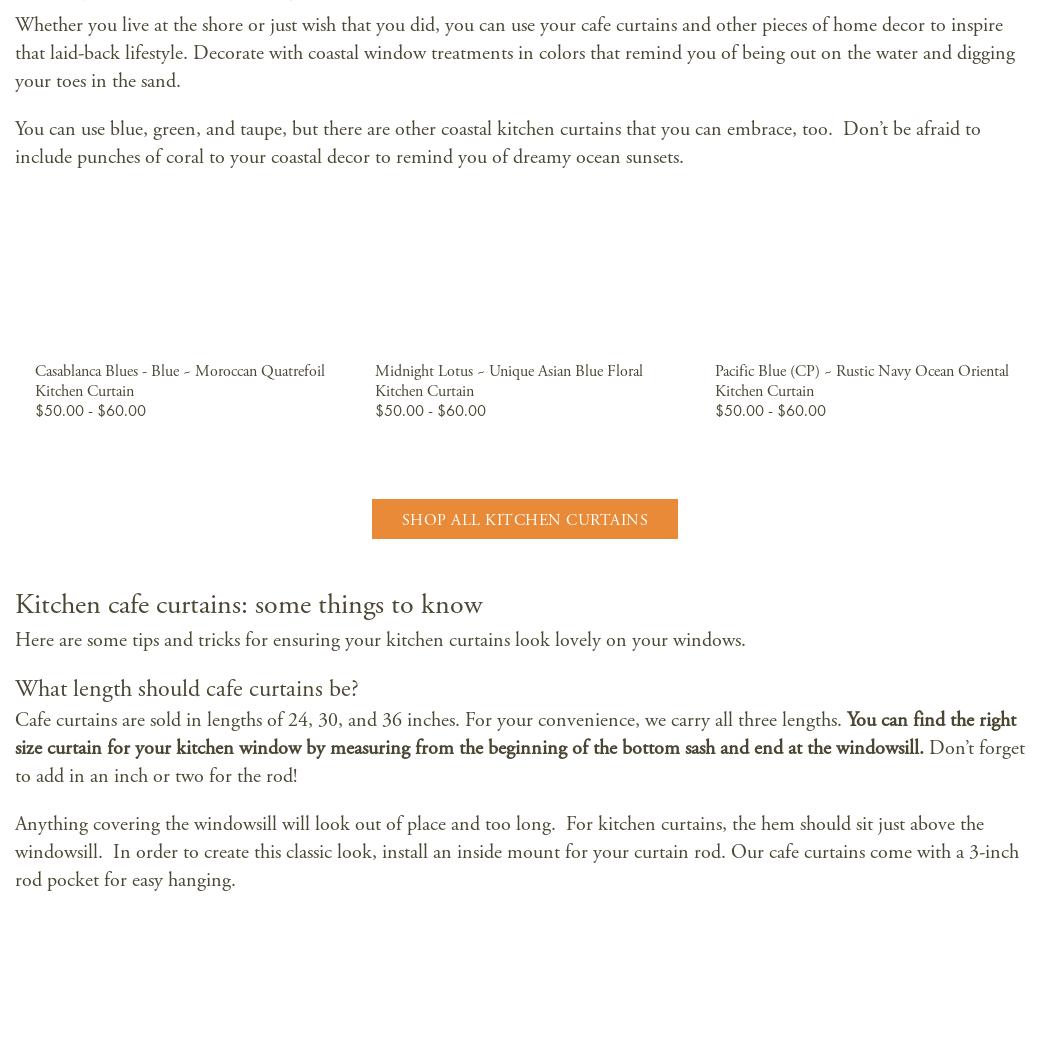 This screenshot has height=1058, width=1050. I want to click on 'Midnight Lotus ~ Unique Asian Blue Floral Kitchen Curtain', so click(506, 380).